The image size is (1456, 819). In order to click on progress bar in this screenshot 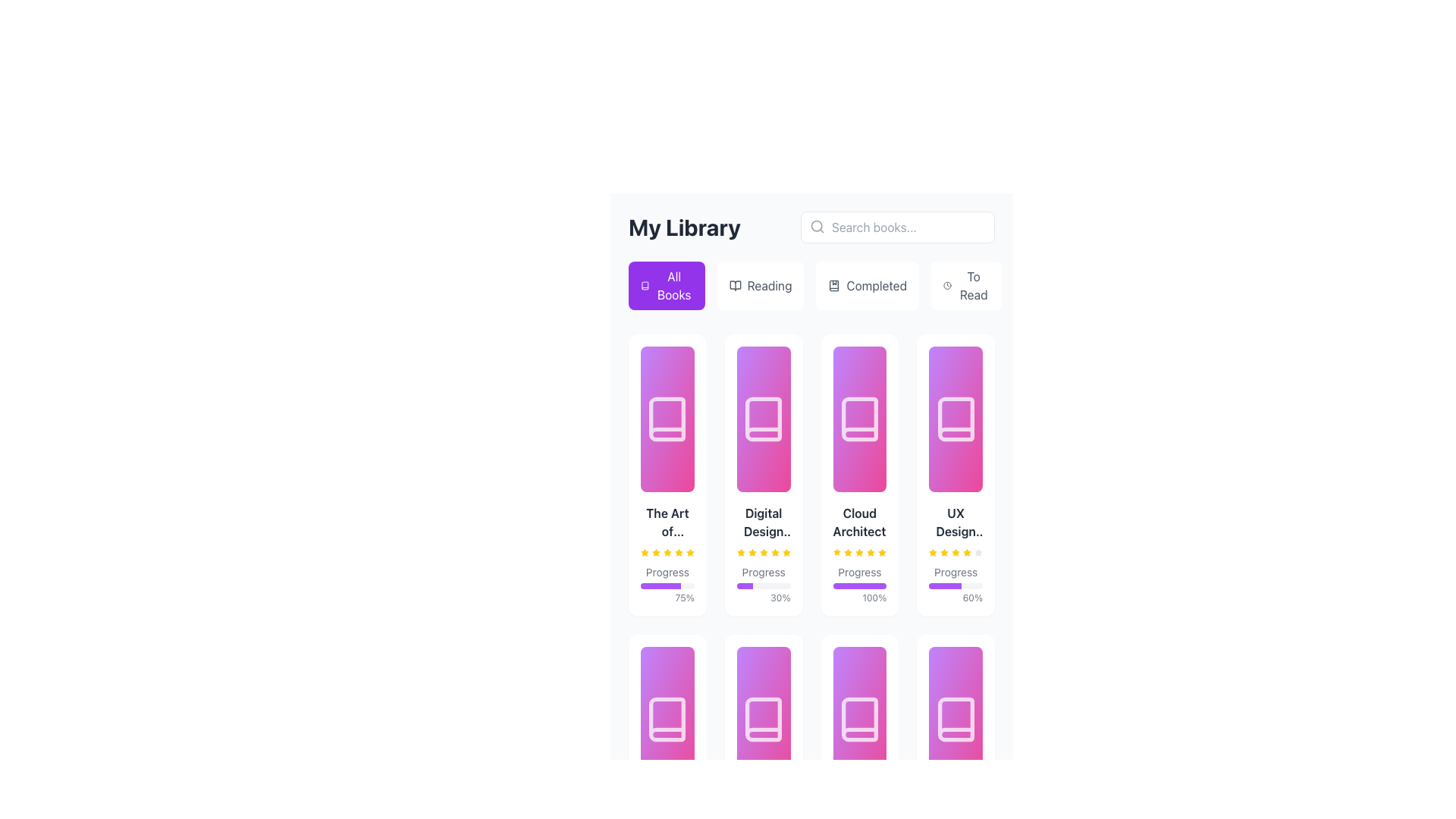, I will do `click(648, 585)`.